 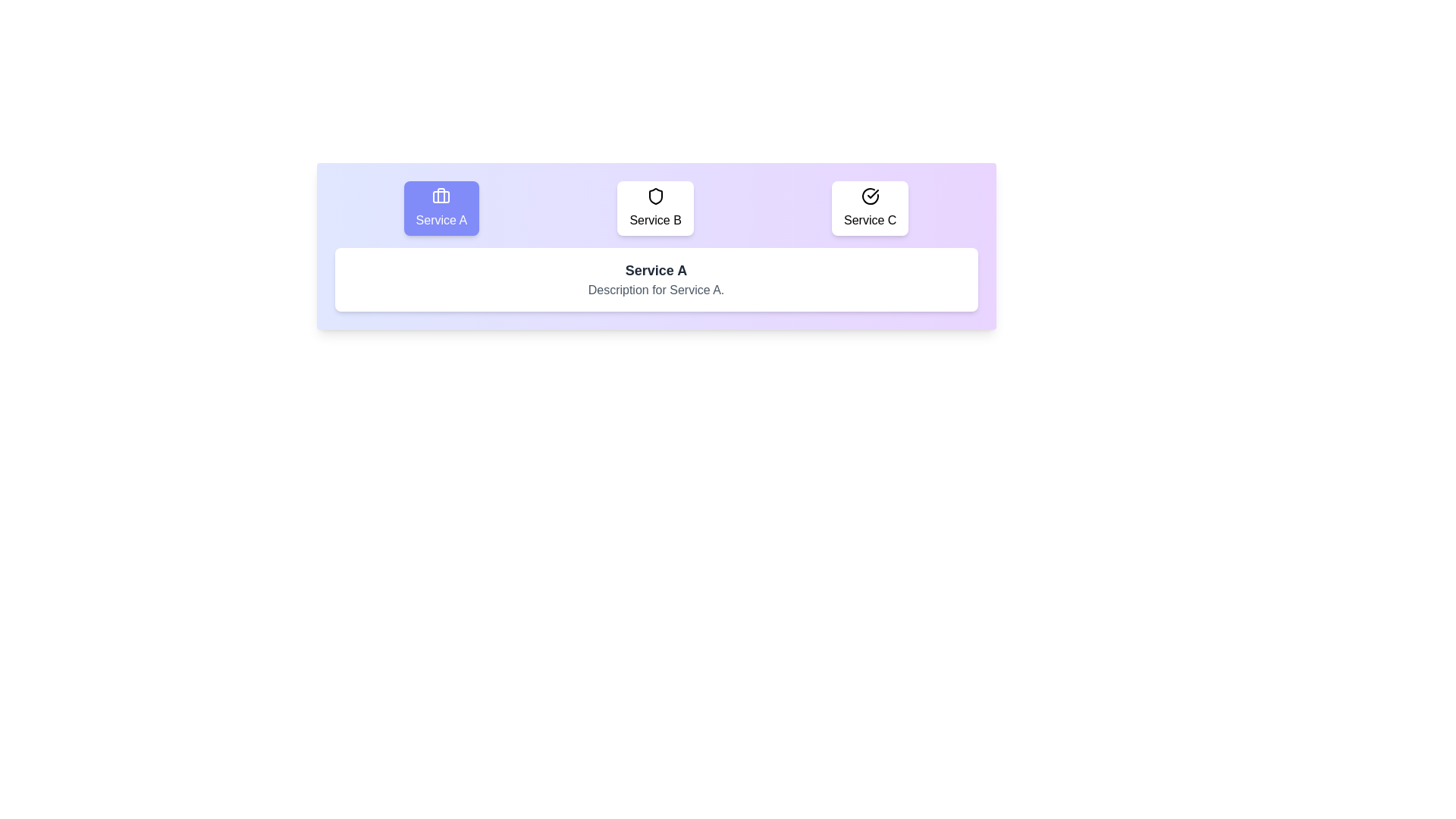 What do you see at coordinates (655, 208) in the screenshot?
I see `the 'Service B' button, which is the second button in a group of three horizontally arranged buttons labeled 'Service A', 'Service B', and 'Service C'` at bounding box center [655, 208].